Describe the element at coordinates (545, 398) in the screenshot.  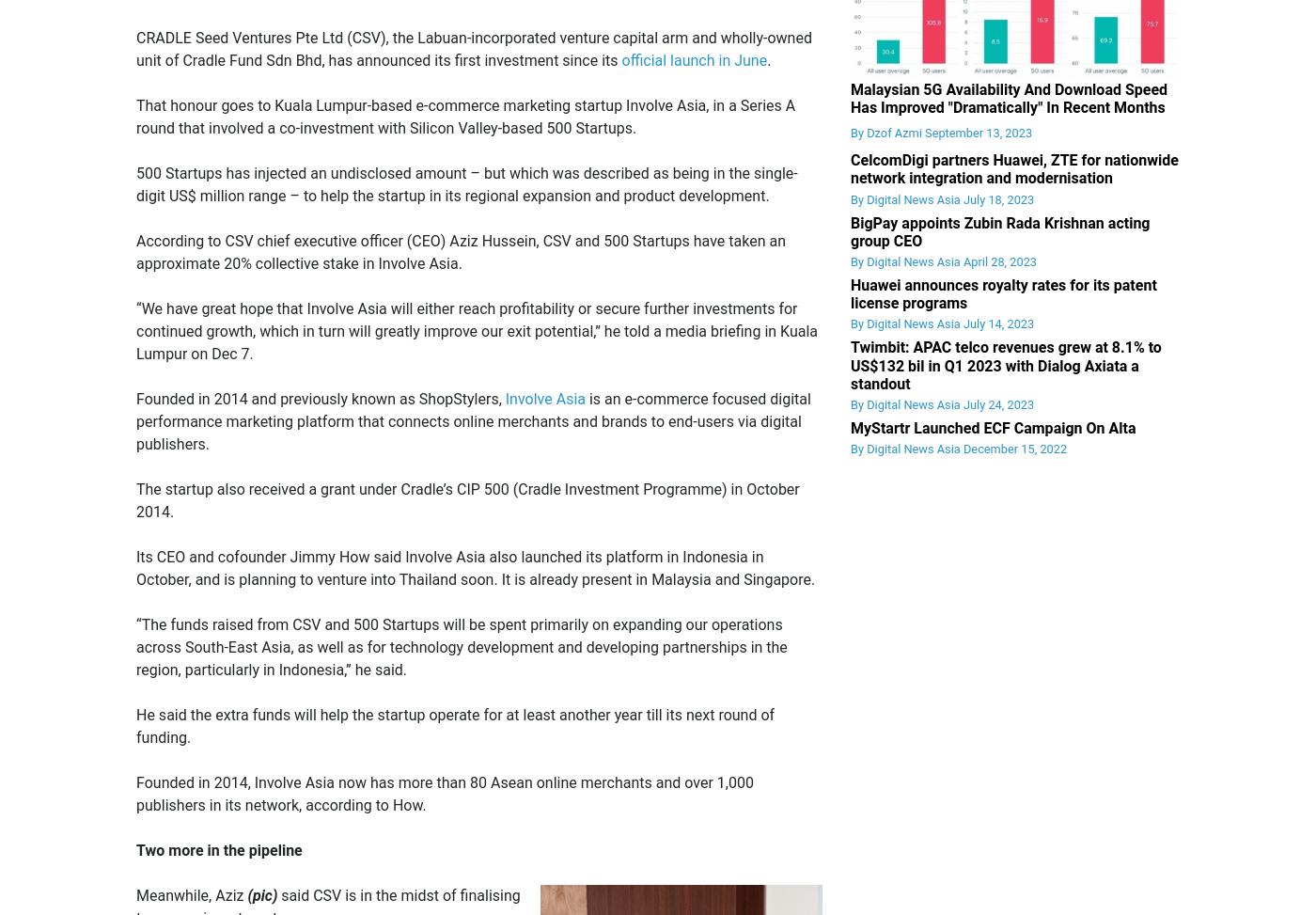
I see `'Involve Asia'` at that location.